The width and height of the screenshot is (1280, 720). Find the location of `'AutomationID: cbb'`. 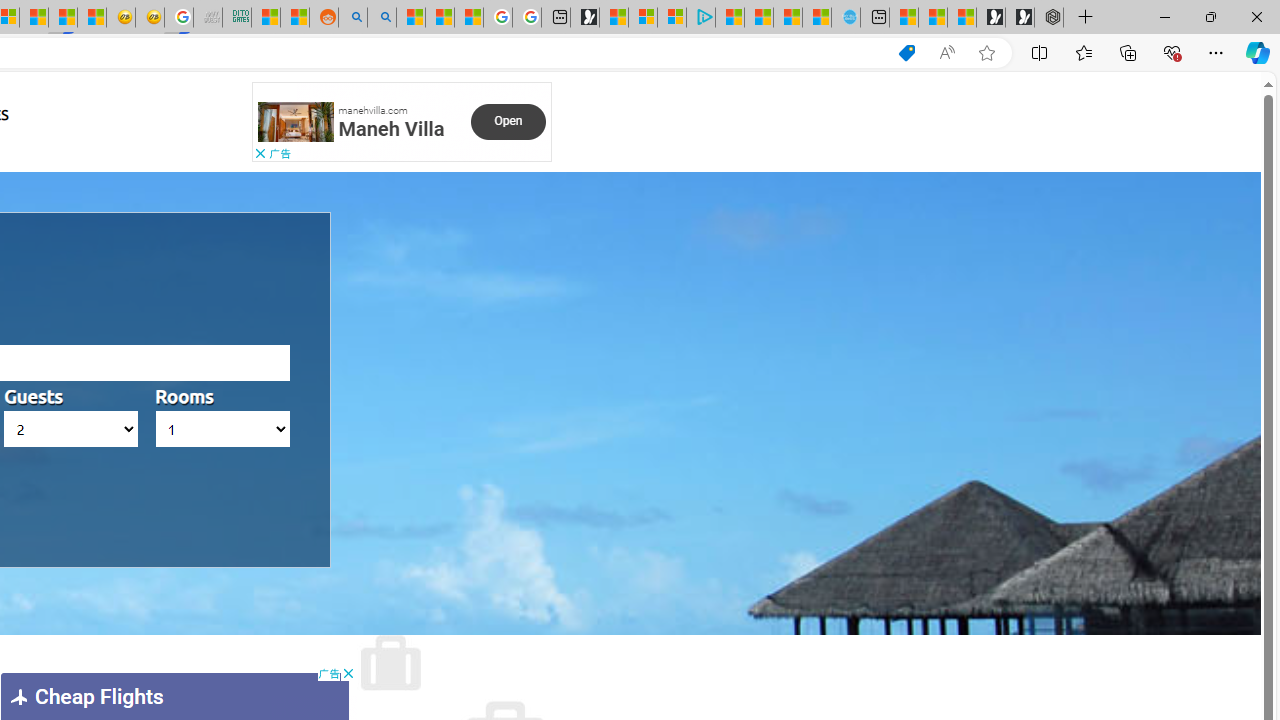

'AutomationID: cbb' is located at coordinates (348, 673).